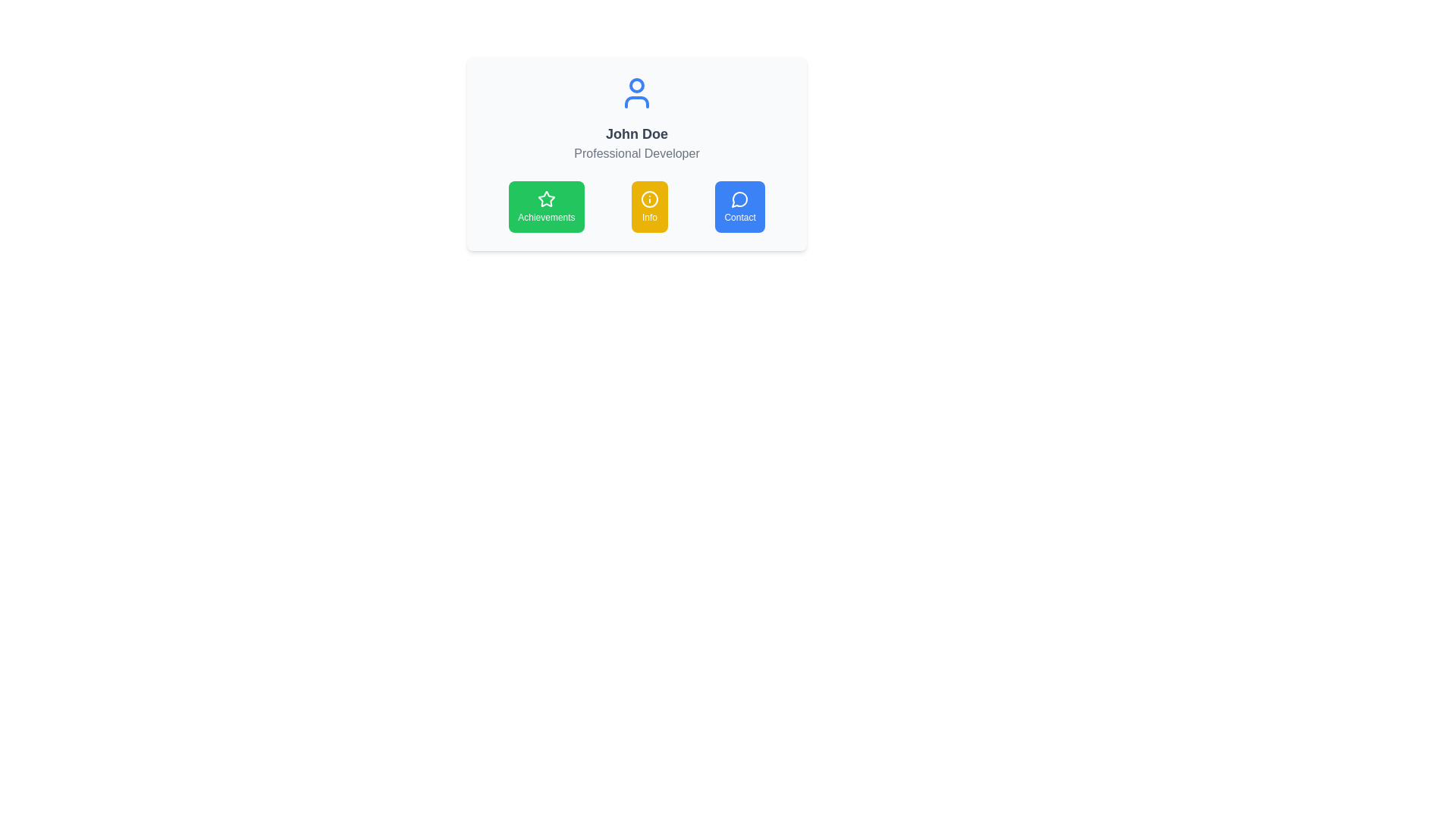 The width and height of the screenshot is (1456, 819). What do you see at coordinates (739, 199) in the screenshot?
I see `the contact option icon located inside the third button below the profile details of 'John Doe, Professional Developer'` at bounding box center [739, 199].